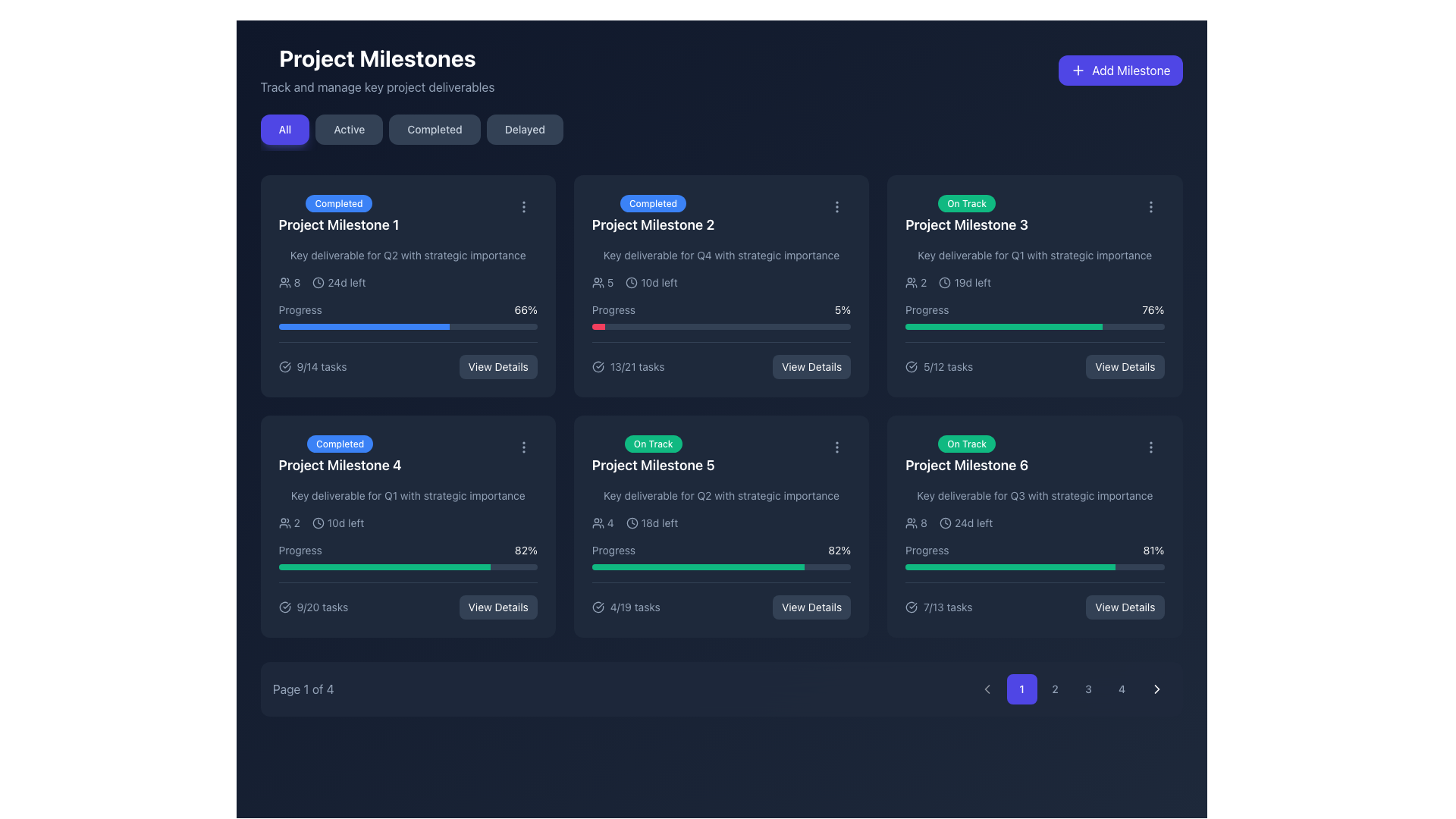 The width and height of the screenshot is (1456, 819). Describe the element at coordinates (720, 214) in the screenshot. I see `and comprehend the status and name of the milestone by focusing on the label located at the top left section of the second card in the first row of cards` at that location.